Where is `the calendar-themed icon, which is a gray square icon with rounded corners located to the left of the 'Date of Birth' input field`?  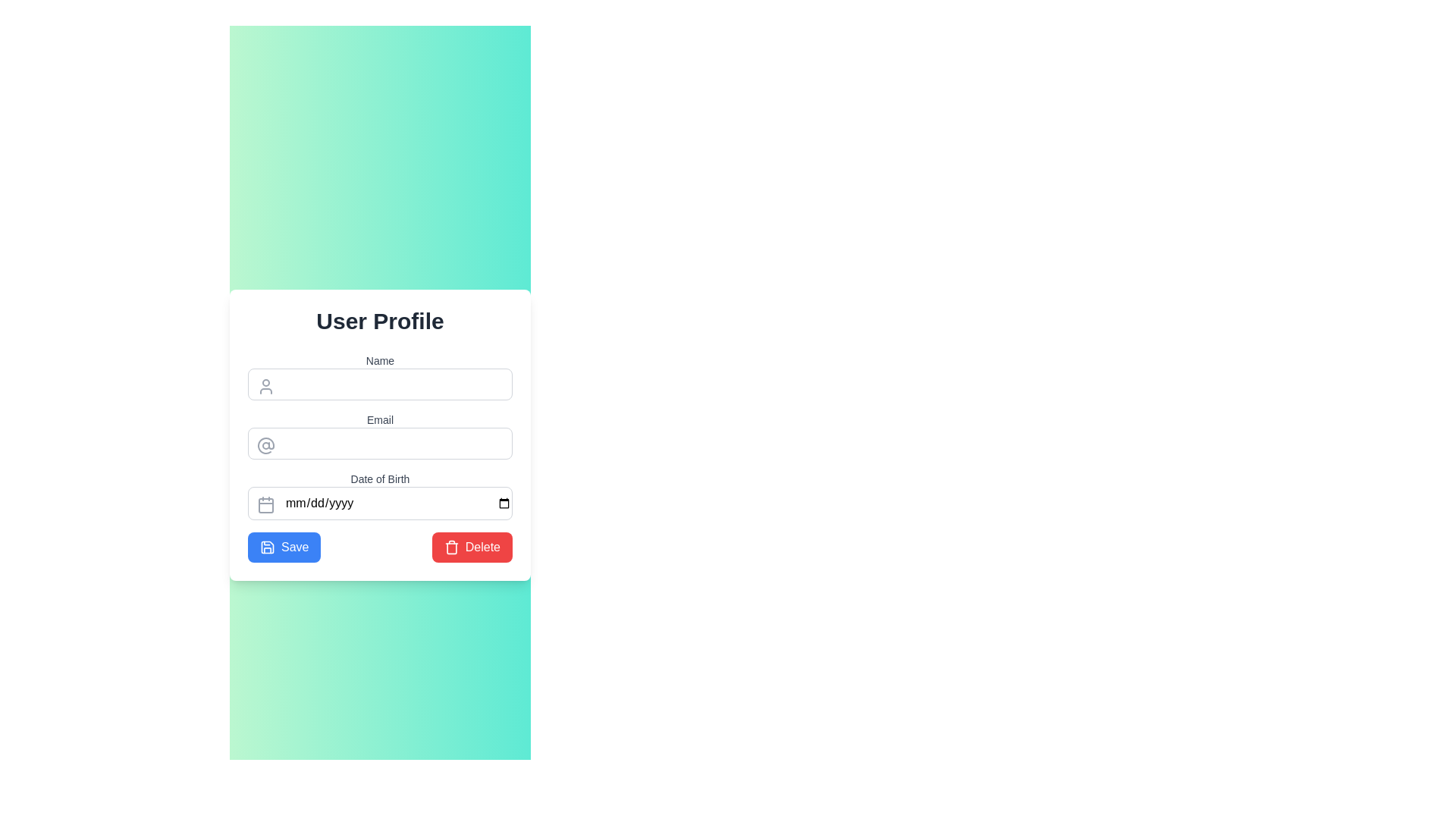
the calendar-themed icon, which is a gray square icon with rounded corners located to the left of the 'Date of Birth' input field is located at coordinates (265, 505).